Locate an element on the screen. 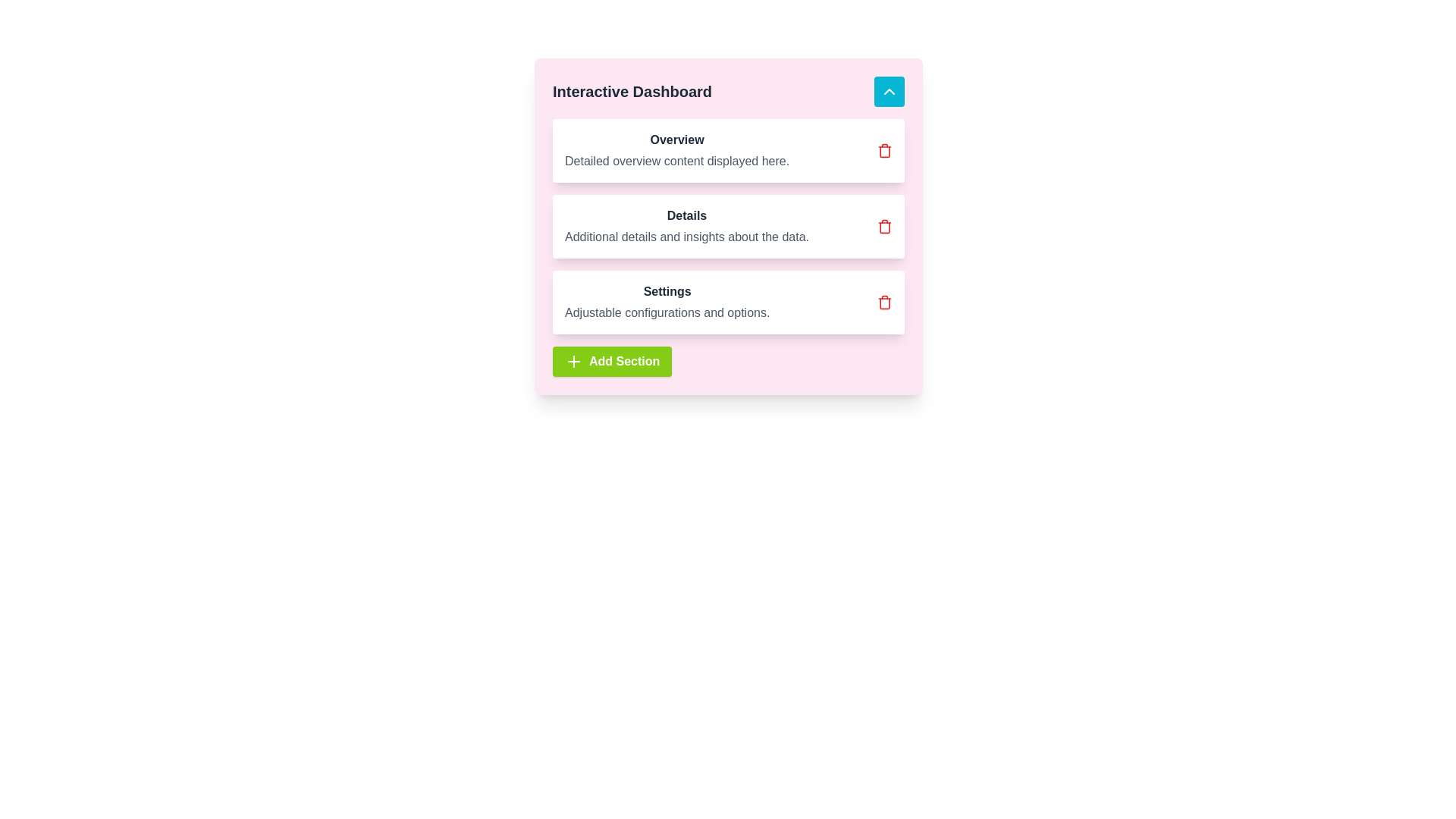  the Text Label that serves as a header or title in the second card of the vertical stack in the dashboard interface is located at coordinates (686, 216).